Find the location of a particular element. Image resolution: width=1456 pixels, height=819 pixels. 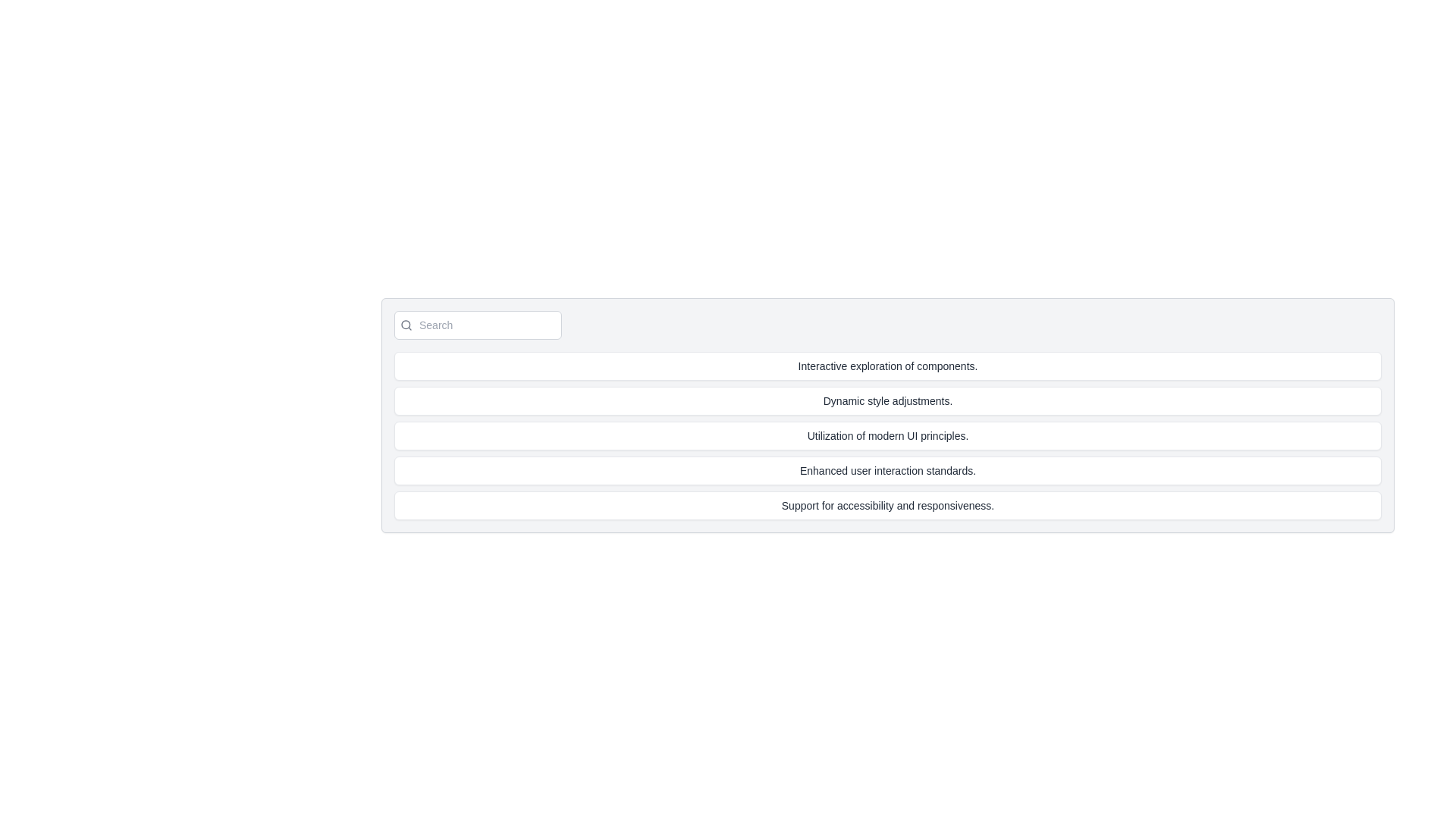

the first character of the phrase 'Dynamic style adjustments.' located in the second row of the information list for reading is located at coordinates (826, 400).